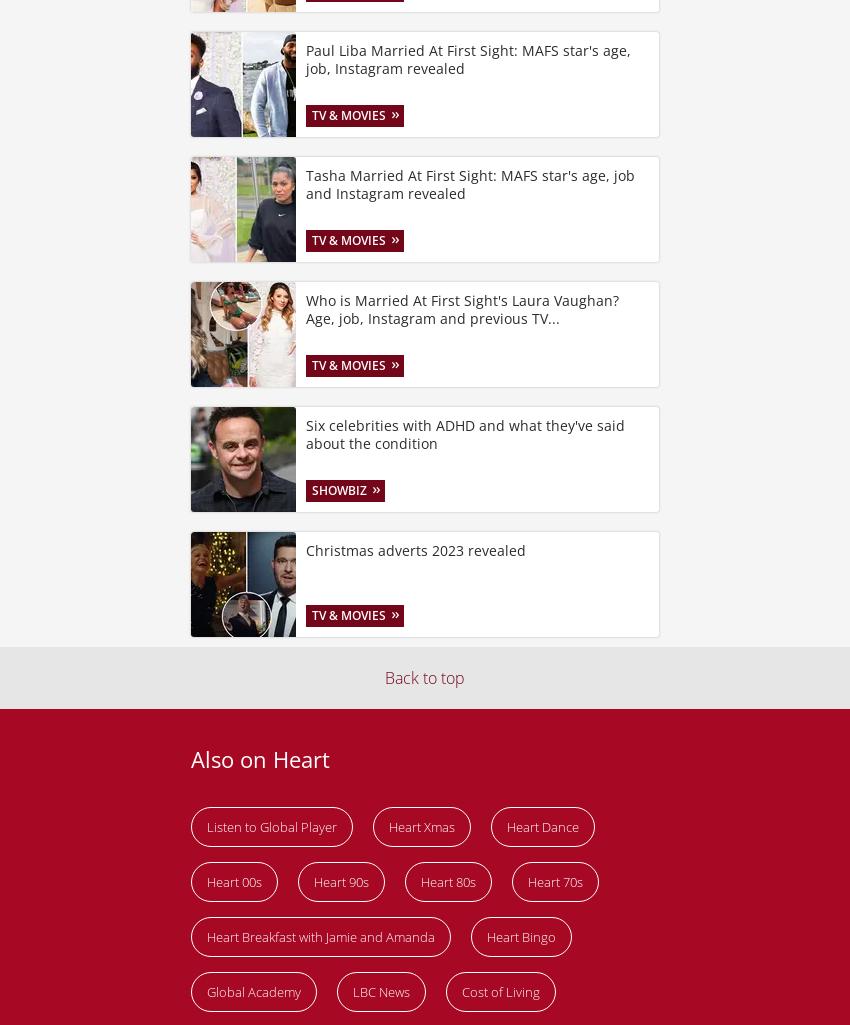 The width and height of the screenshot is (850, 1025). Describe the element at coordinates (541, 825) in the screenshot. I see `'Heart Dance'` at that location.